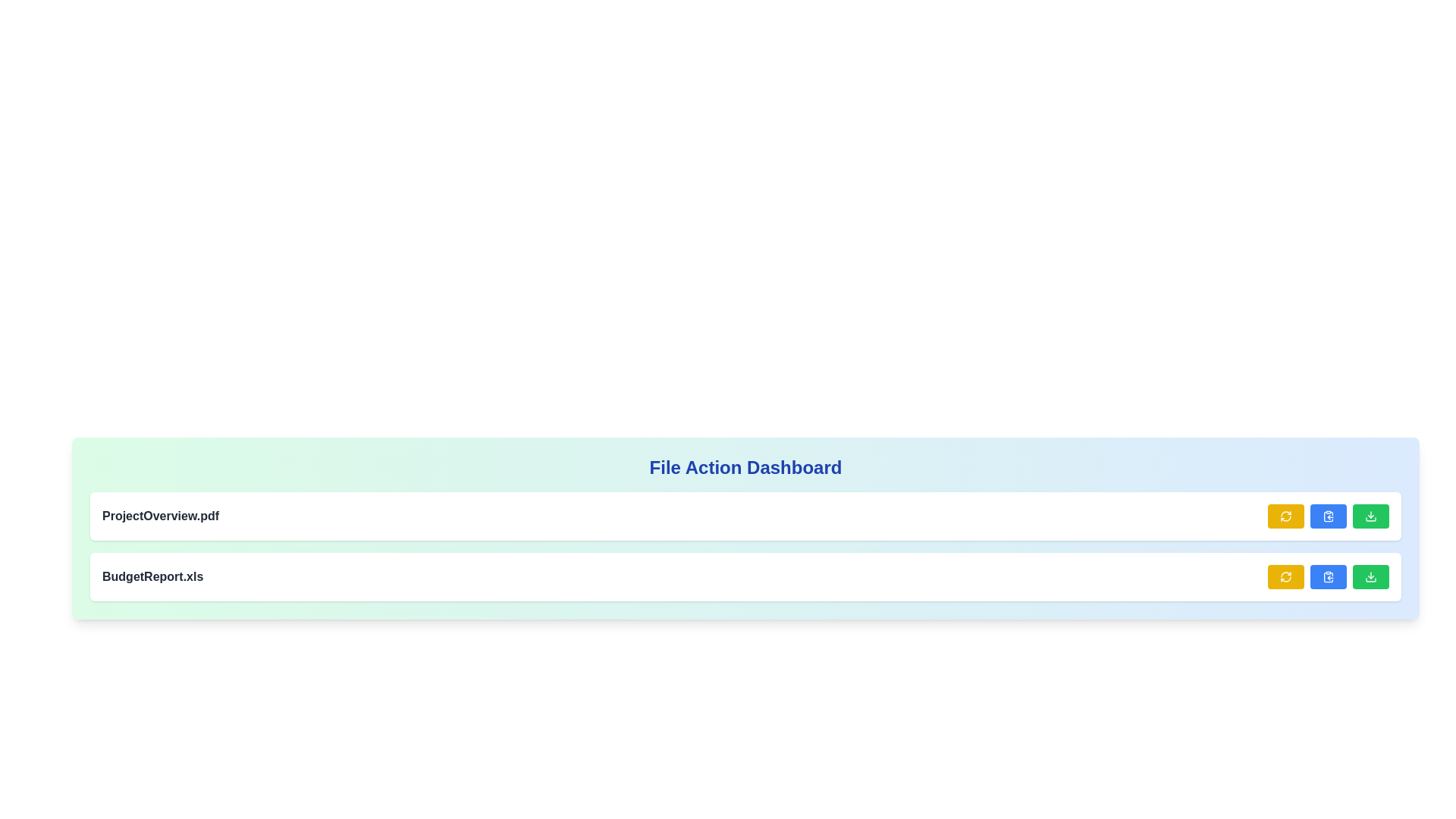 The width and height of the screenshot is (1456, 819). Describe the element at coordinates (1371, 516) in the screenshot. I see `the far right button in the horizontal row of three buttons to initiate the download for the associated document` at that location.